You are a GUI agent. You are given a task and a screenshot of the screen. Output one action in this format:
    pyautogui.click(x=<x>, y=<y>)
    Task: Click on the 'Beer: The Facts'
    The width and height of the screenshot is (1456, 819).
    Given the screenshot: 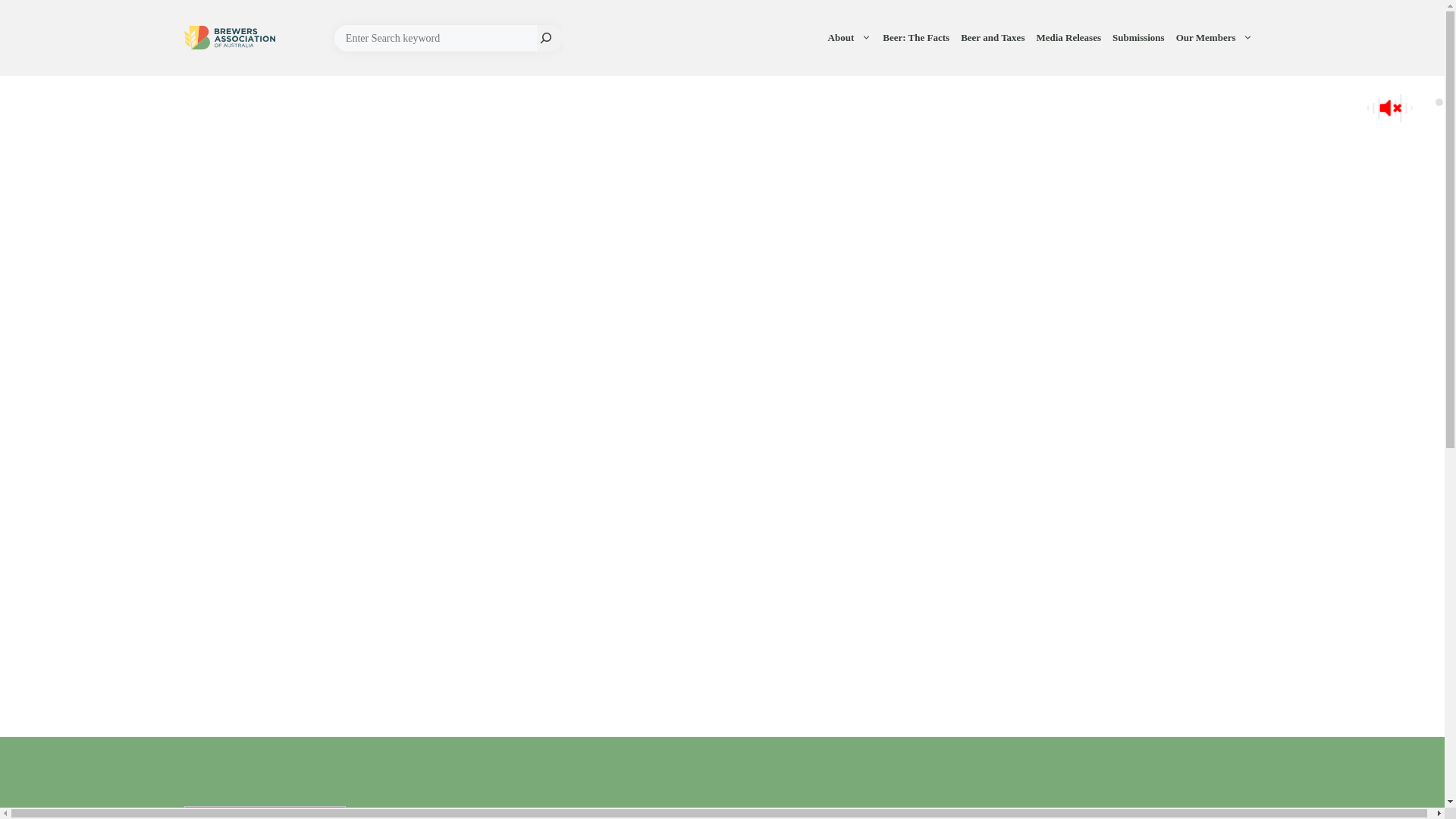 What is the action you would take?
    pyautogui.click(x=917, y=37)
    